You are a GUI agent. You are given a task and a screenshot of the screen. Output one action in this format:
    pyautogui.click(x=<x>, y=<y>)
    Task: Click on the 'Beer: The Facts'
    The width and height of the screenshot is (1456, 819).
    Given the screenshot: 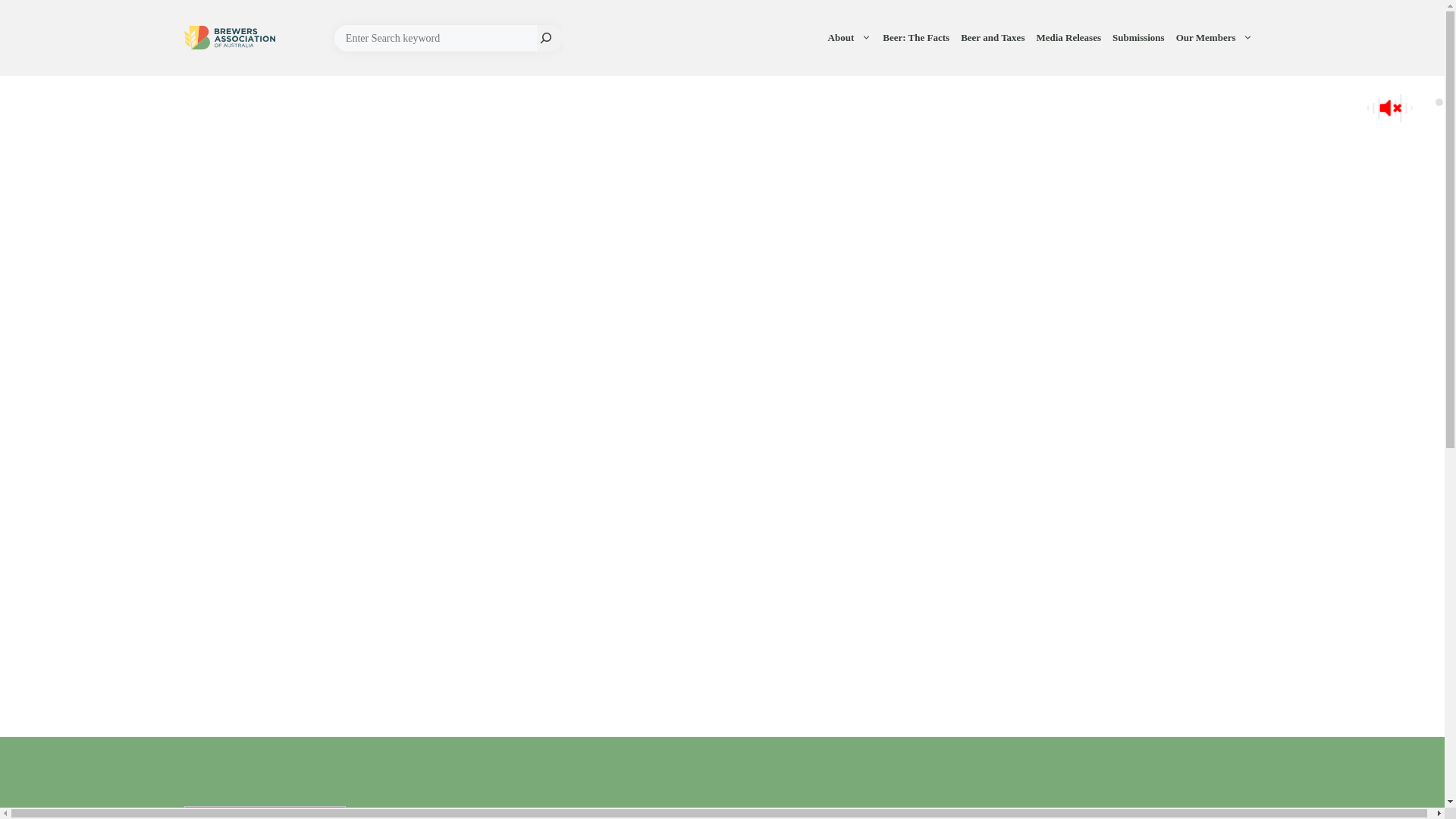 What is the action you would take?
    pyautogui.click(x=917, y=37)
    